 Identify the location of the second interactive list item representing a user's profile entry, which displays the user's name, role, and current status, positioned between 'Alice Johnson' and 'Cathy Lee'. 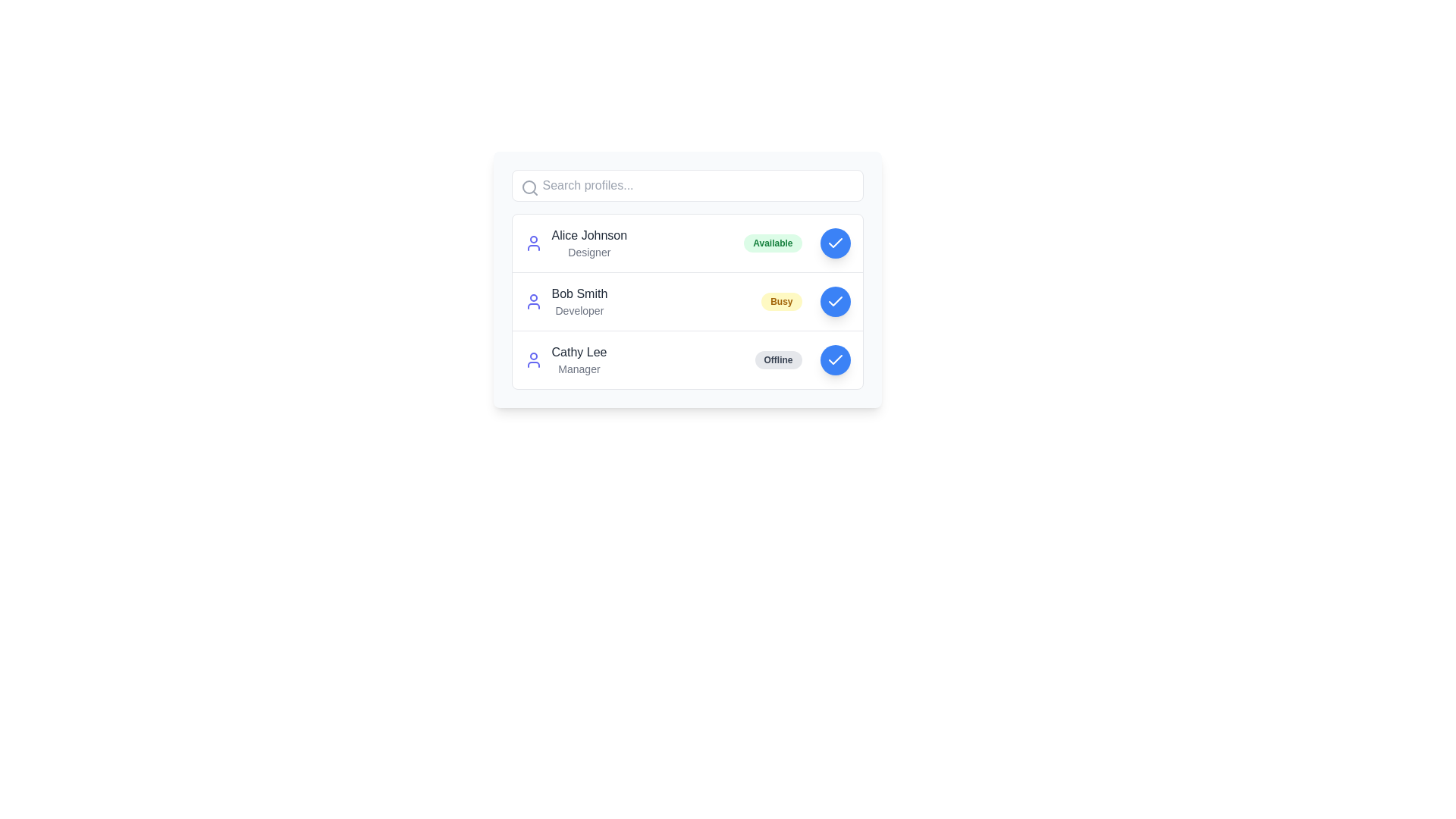
(686, 301).